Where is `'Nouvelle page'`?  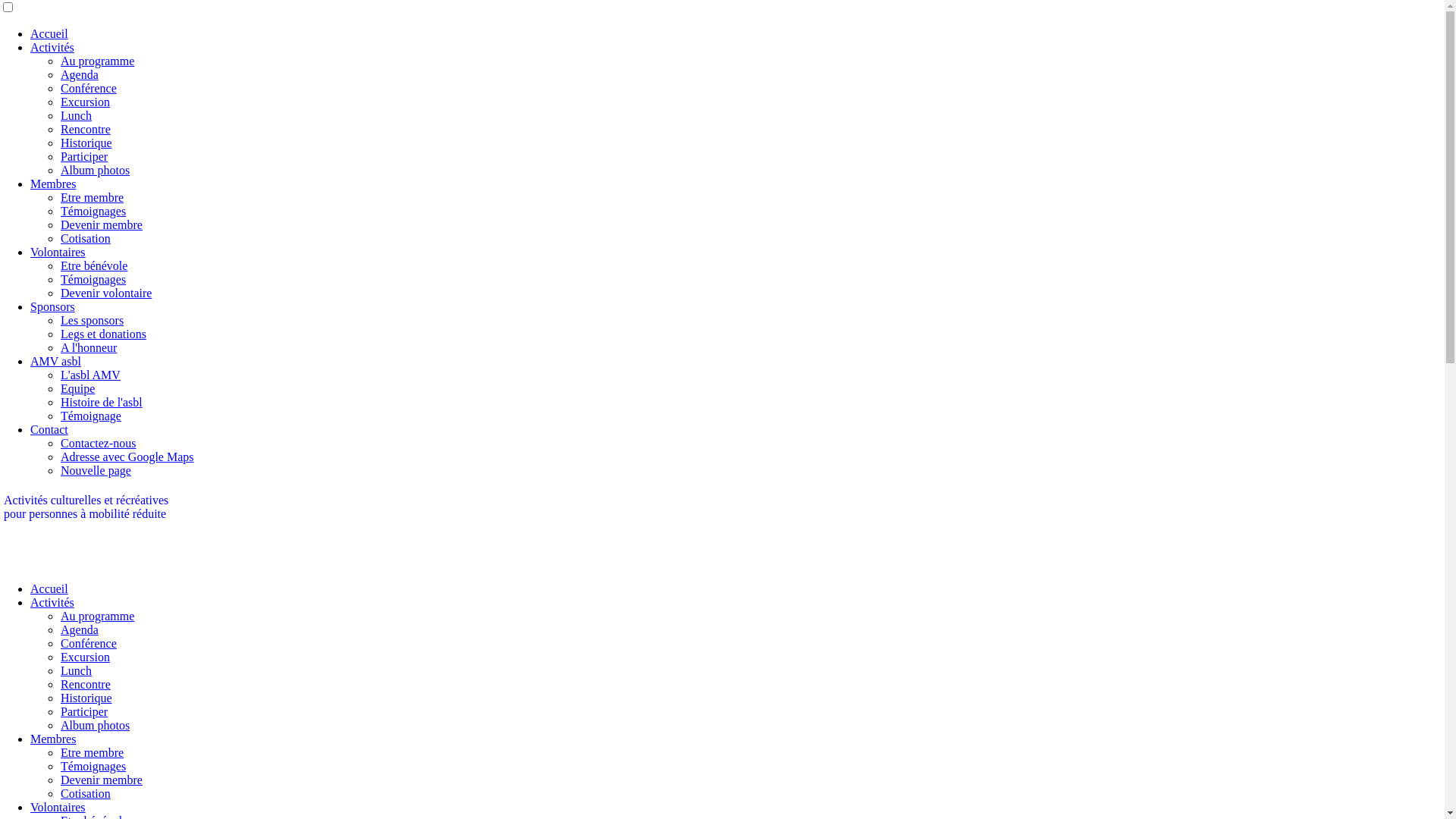 'Nouvelle page' is located at coordinates (95, 469).